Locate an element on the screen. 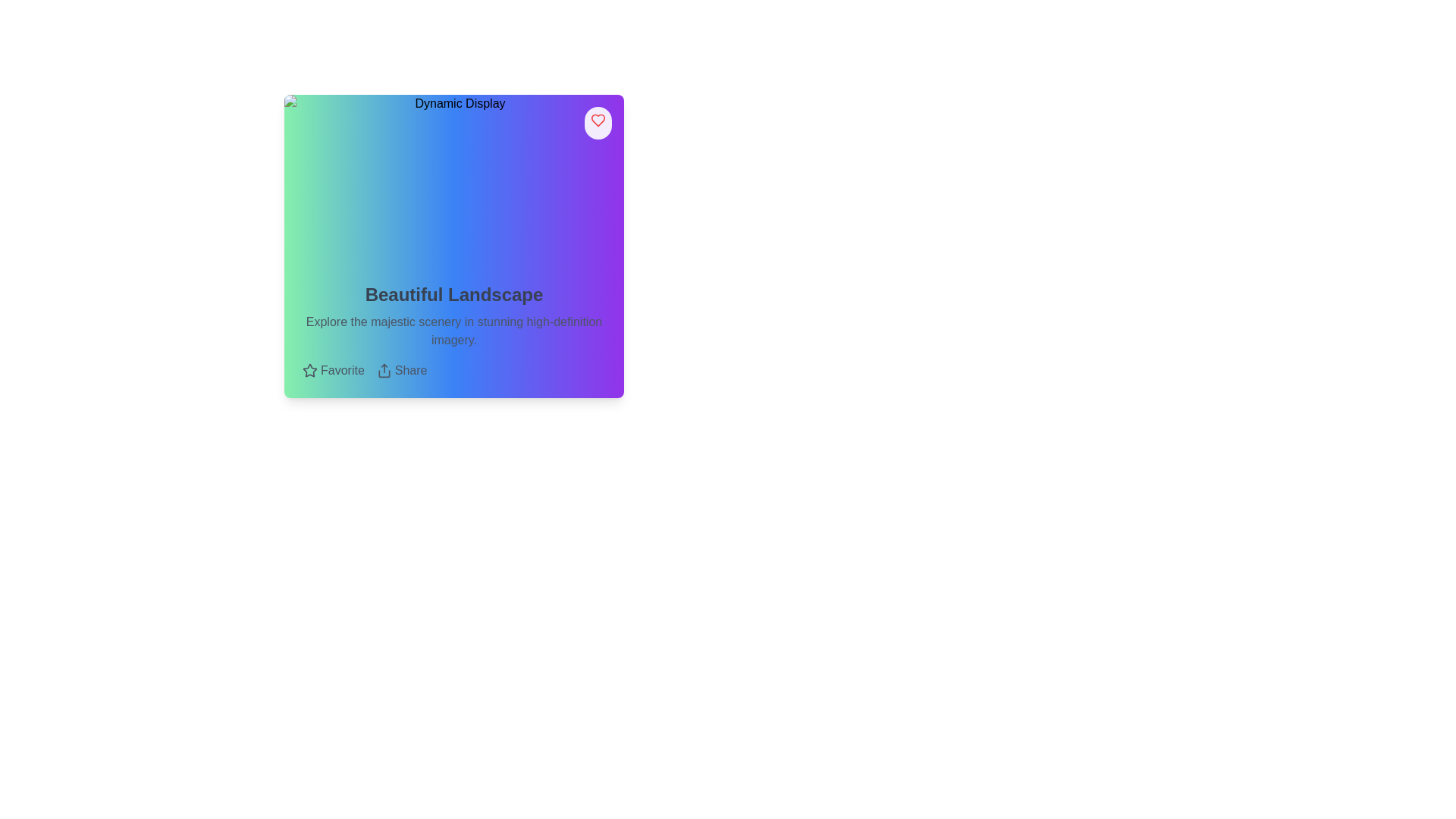 This screenshot has width=1456, height=819. the 'Share' button, which is located to the right of the 'Favorite' button in a composite element containing two interactive buttons with icons and labels, styled in a linear layout is located at coordinates (453, 371).